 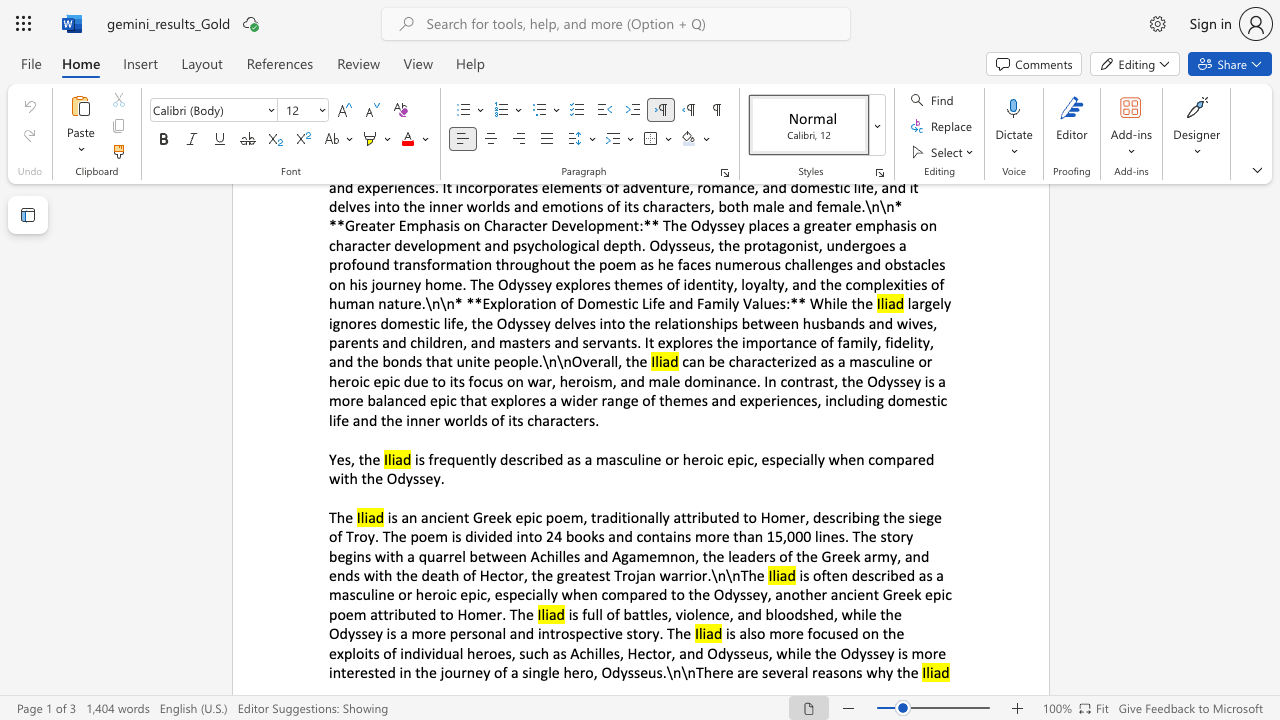 I want to click on the subset text "ally when compared to the Odyssey, another ancient Greek epic poem attributed to Hom" within the text "is often described as a masculine or heroic epic, especially when compared to the Odyssey, another ancient Greek epic poem attributed to Homer. The", so click(x=535, y=593).